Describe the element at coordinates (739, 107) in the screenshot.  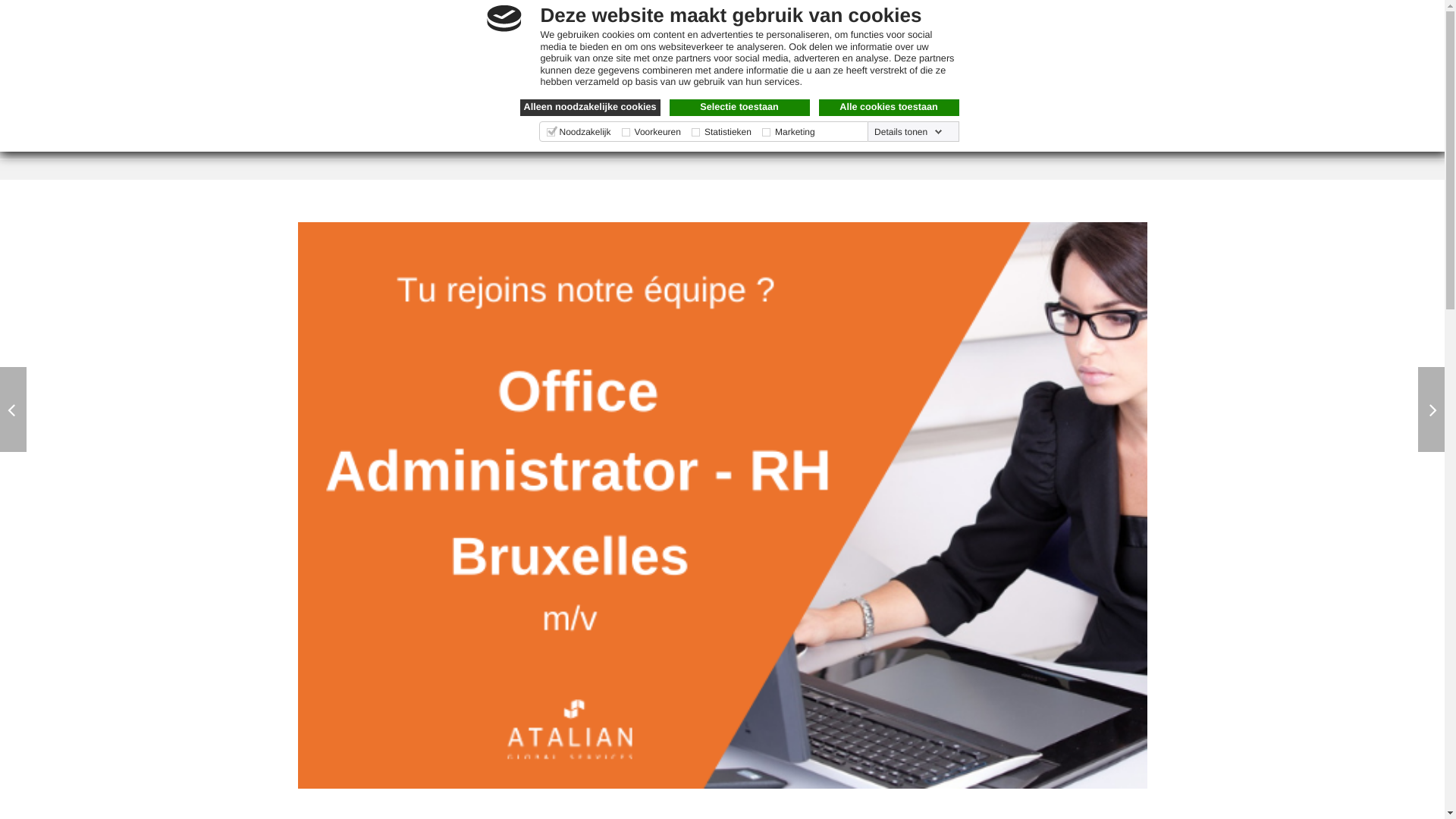
I see `'Selectie toestaan'` at that location.